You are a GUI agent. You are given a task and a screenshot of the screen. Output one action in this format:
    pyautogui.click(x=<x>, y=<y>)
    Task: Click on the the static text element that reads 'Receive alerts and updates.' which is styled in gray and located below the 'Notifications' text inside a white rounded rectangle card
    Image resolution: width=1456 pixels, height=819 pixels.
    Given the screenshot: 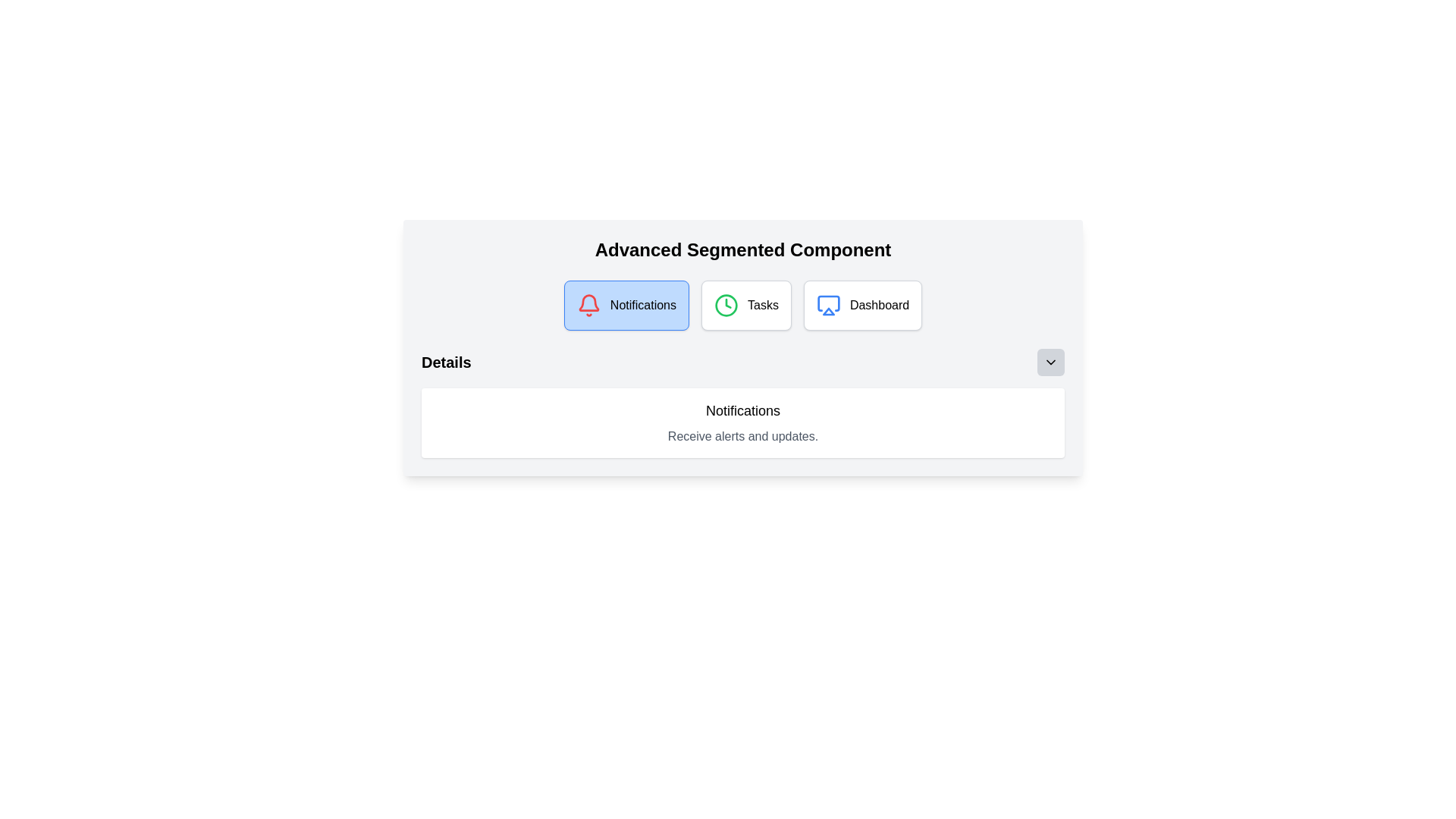 What is the action you would take?
    pyautogui.click(x=742, y=436)
    